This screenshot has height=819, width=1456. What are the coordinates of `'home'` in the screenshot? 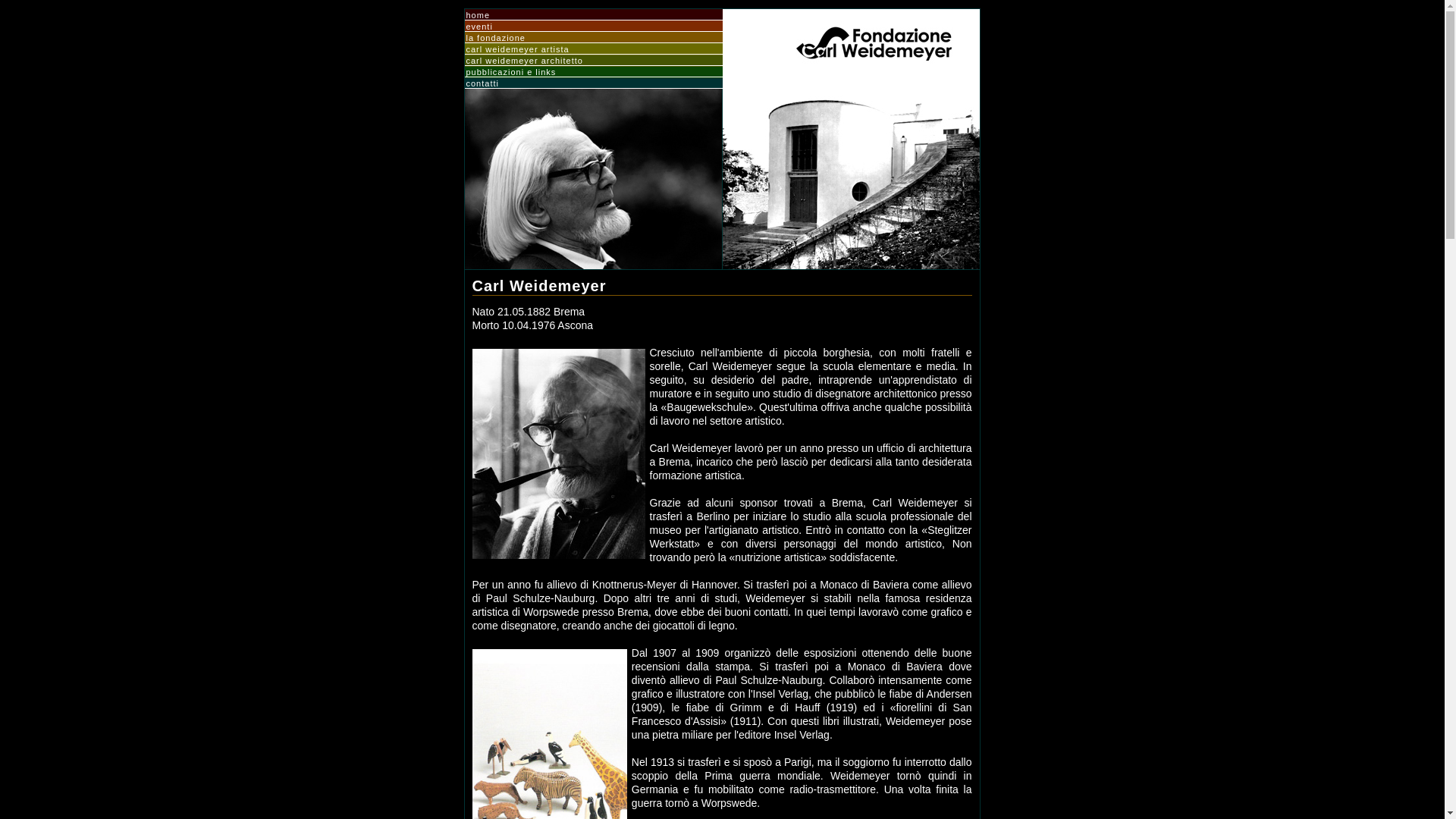 It's located at (465, 14).